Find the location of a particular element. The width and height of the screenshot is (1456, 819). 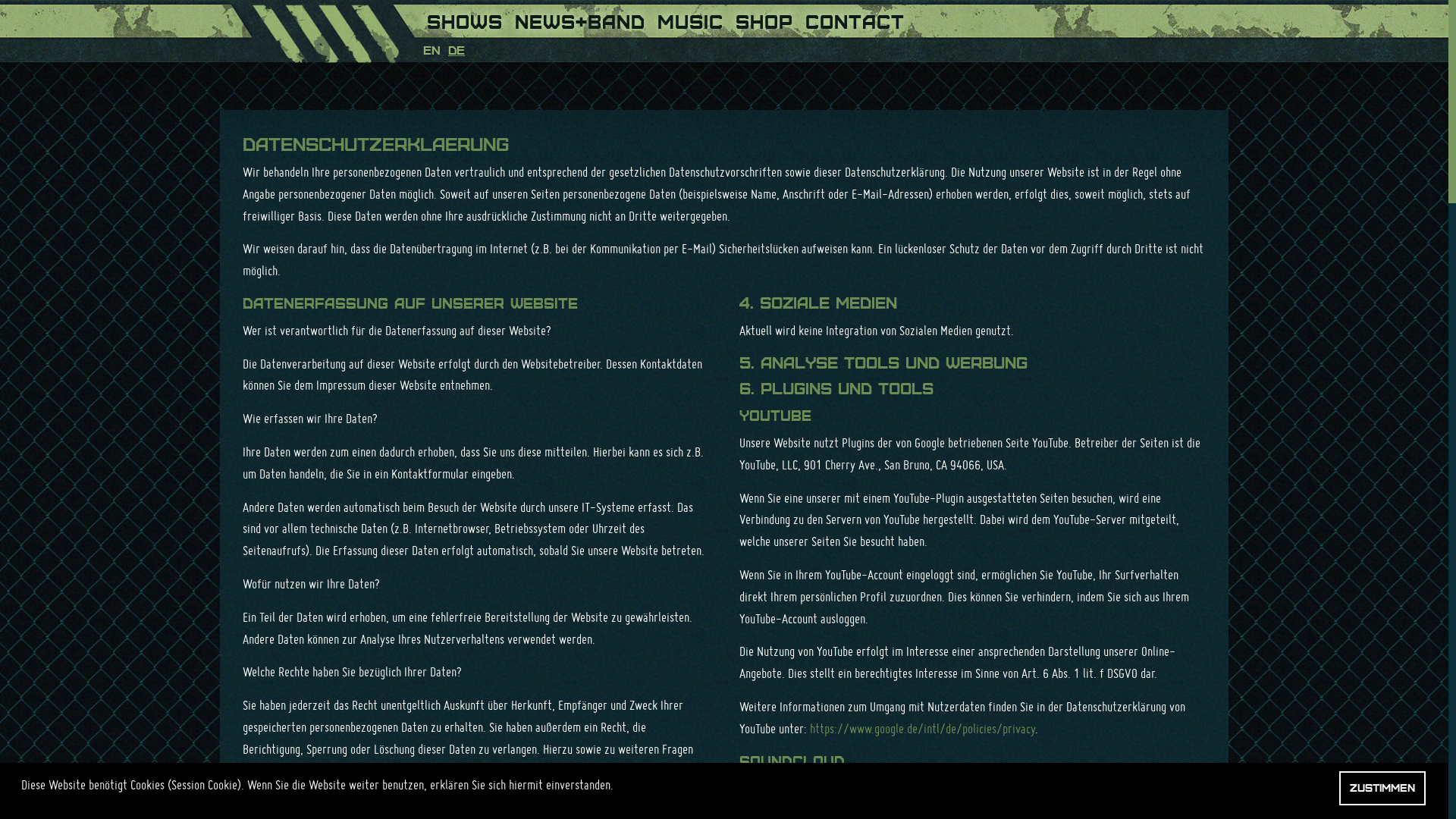

'DE' is located at coordinates (447, 49).